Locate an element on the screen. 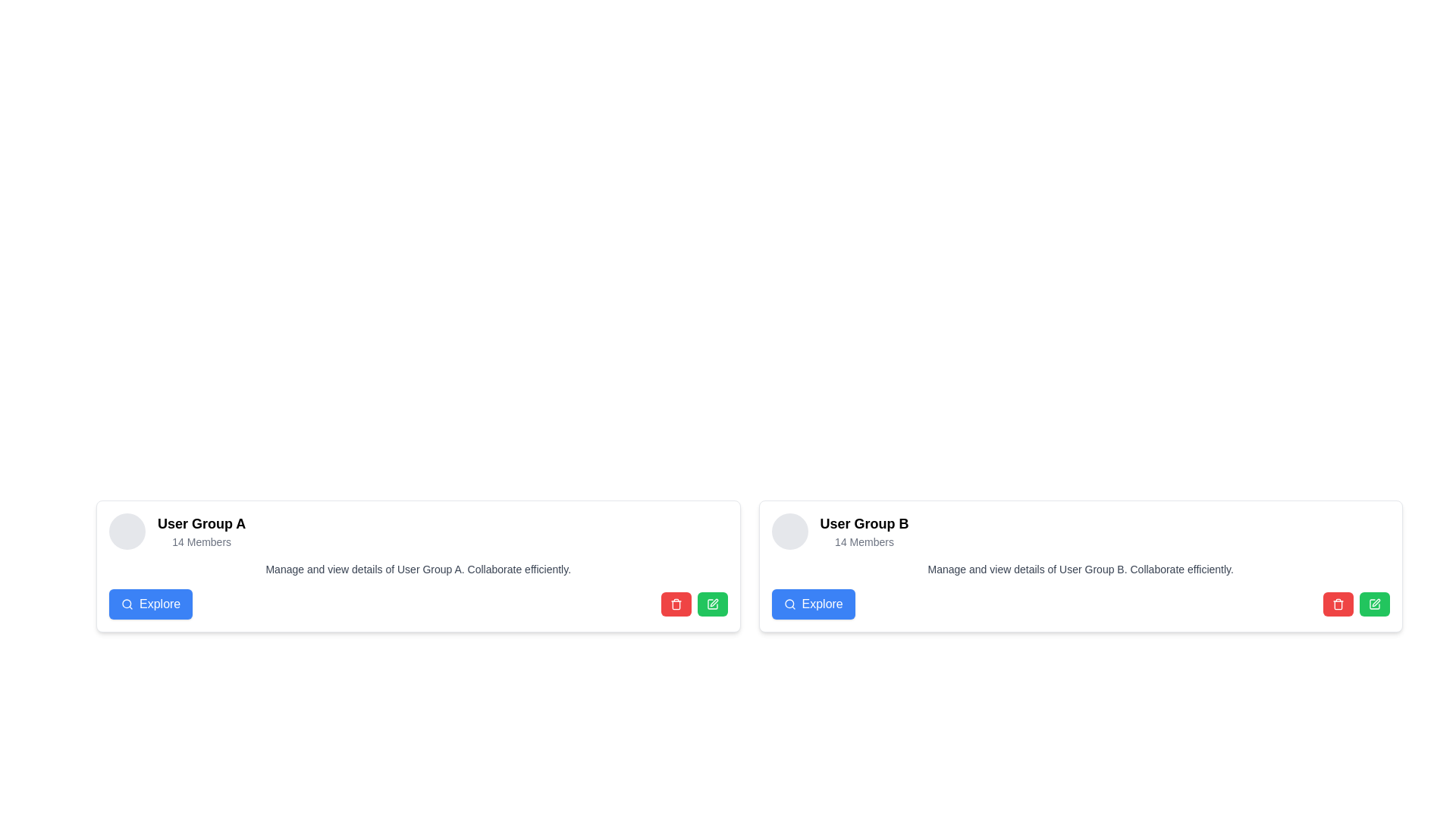  the middle component of the trash bin icon located in the bottom-right corner of the card for 'User Group A' is located at coordinates (675, 604).